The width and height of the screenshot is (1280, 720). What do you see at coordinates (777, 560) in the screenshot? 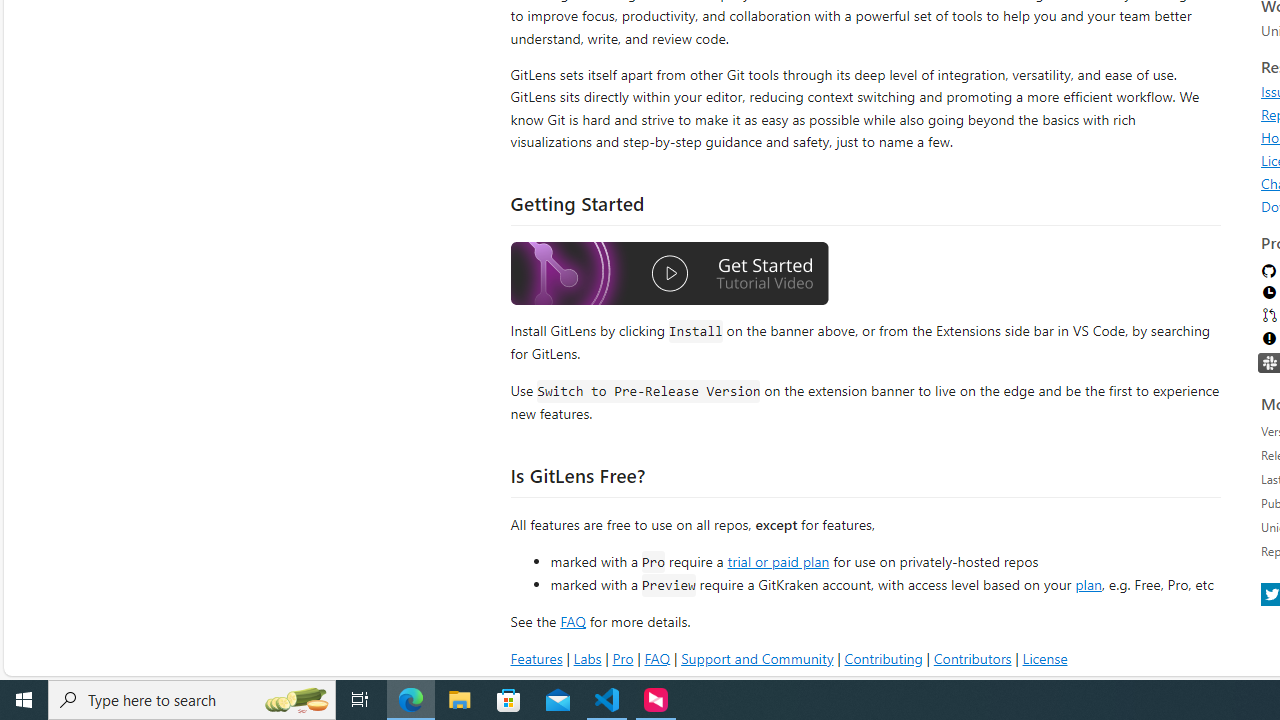
I see `'trial or paid plan'` at bounding box center [777, 560].